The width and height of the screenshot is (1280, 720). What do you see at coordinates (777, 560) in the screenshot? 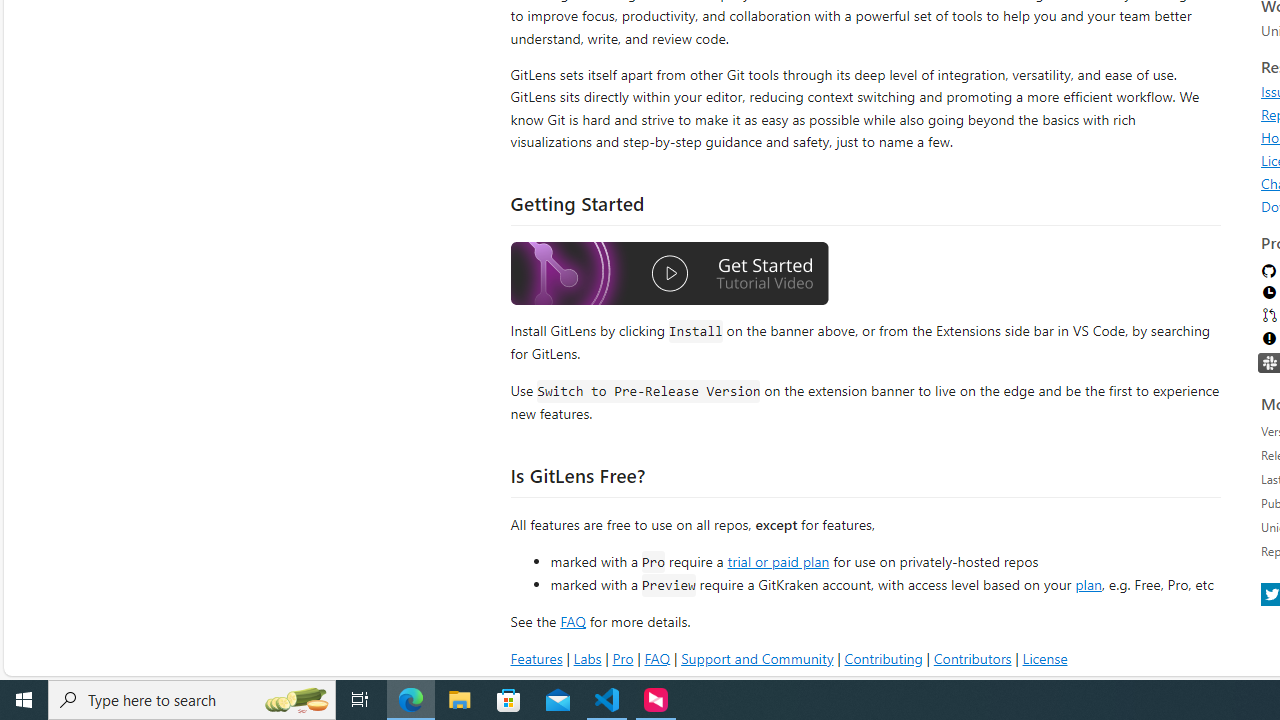
I see `'trial or paid plan'` at bounding box center [777, 560].